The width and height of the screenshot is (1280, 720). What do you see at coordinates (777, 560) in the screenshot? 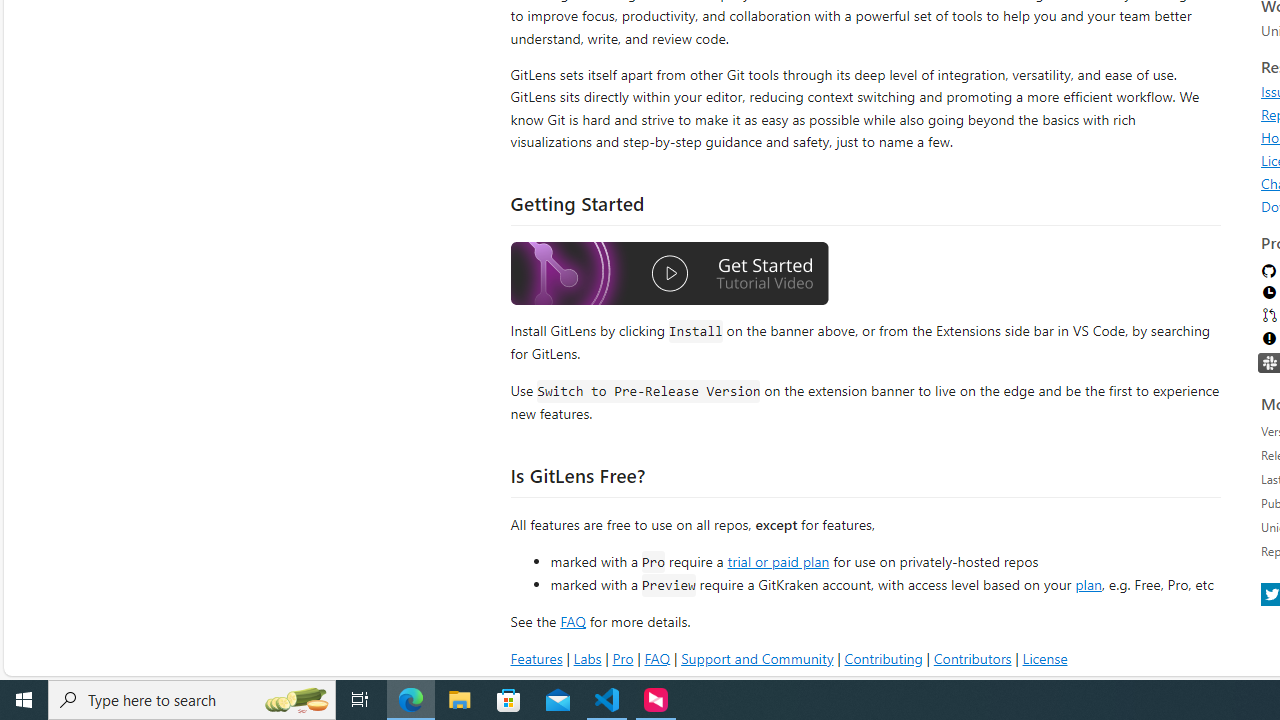
I see `'trial or paid plan'` at bounding box center [777, 560].